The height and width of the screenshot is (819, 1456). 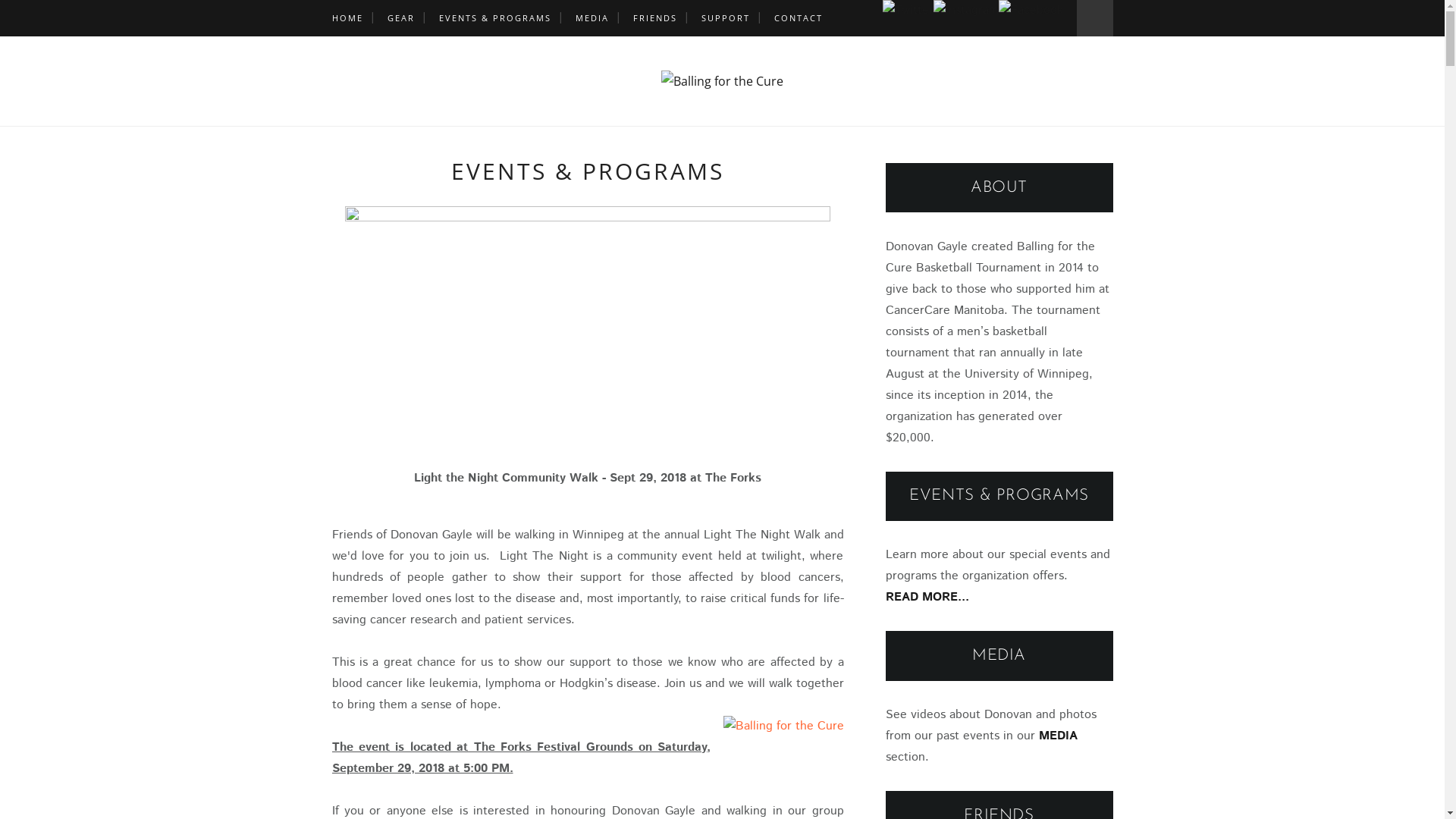 I want to click on 'GEAR', so click(x=400, y=17).